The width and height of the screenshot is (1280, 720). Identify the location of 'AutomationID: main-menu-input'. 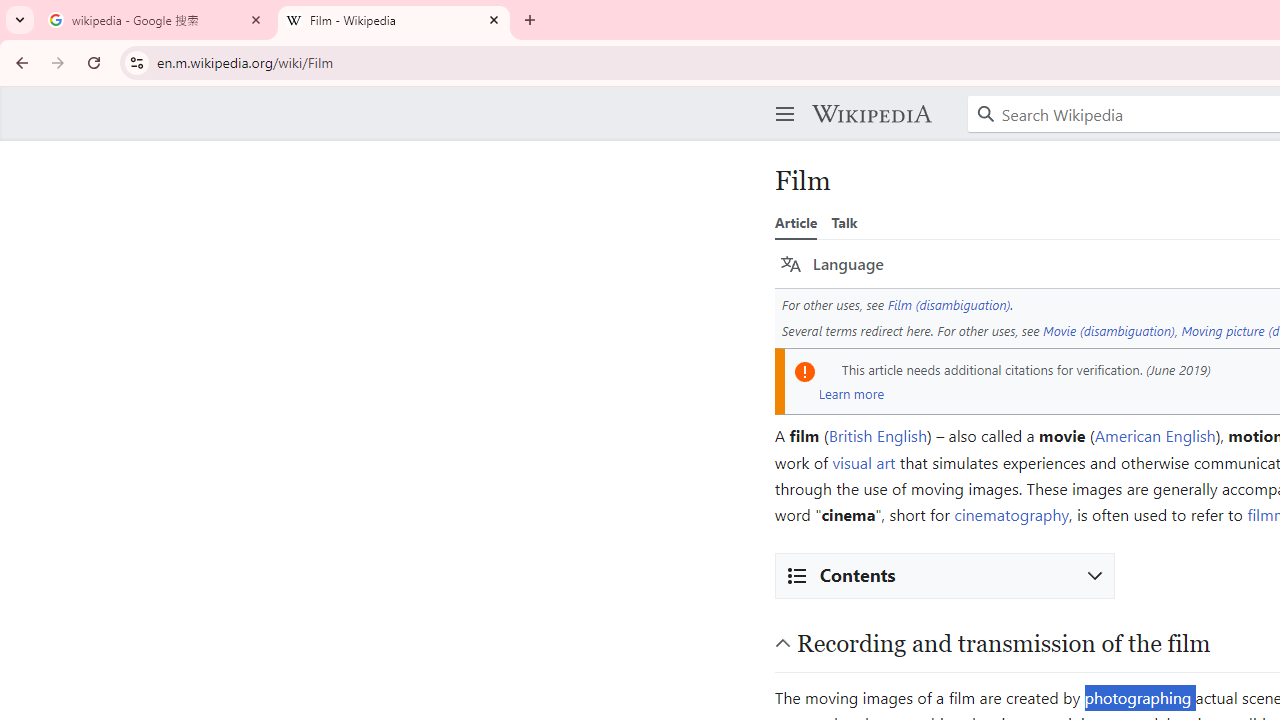
(780, 98).